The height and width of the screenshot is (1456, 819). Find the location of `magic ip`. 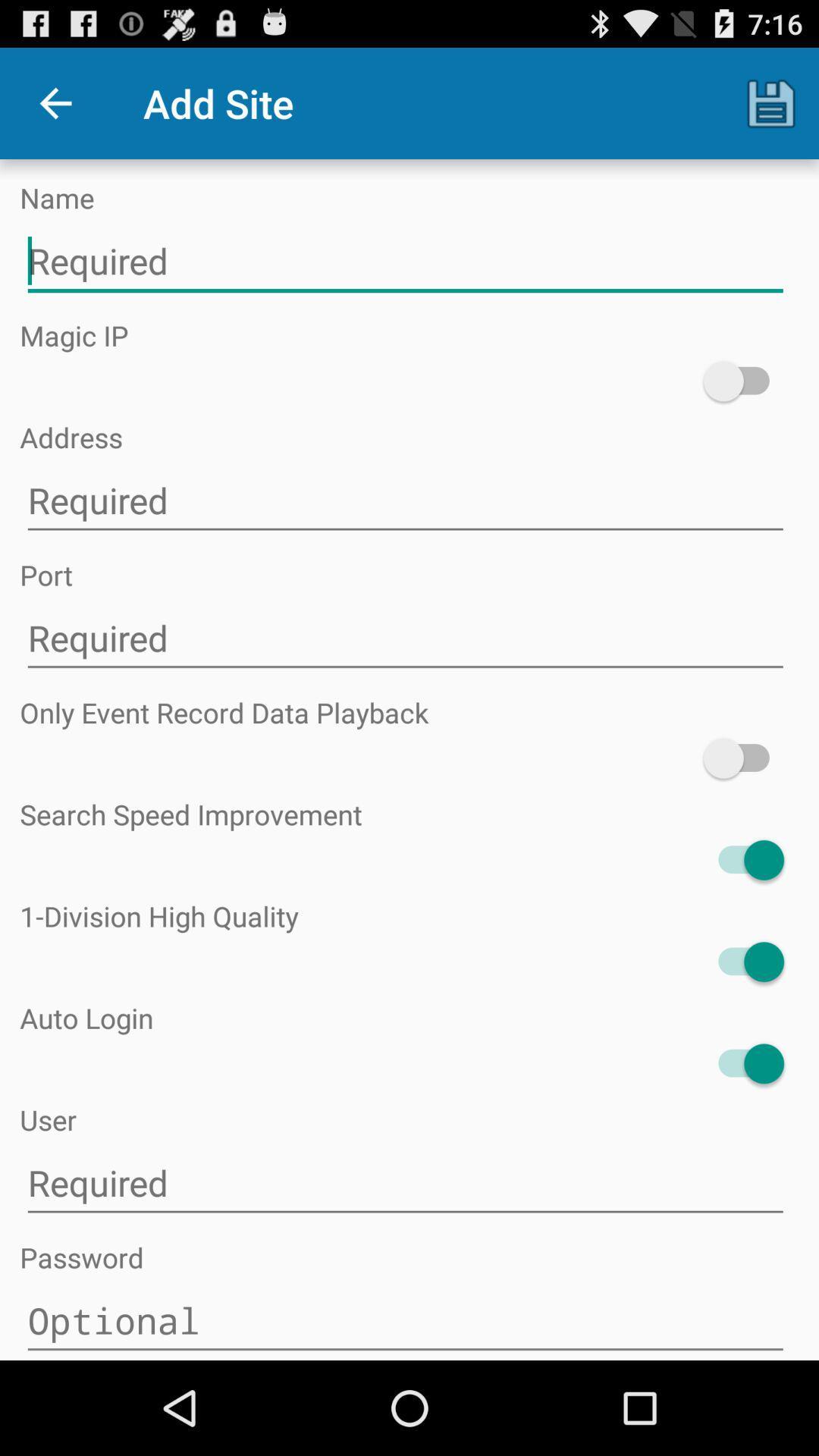

magic ip is located at coordinates (742, 381).